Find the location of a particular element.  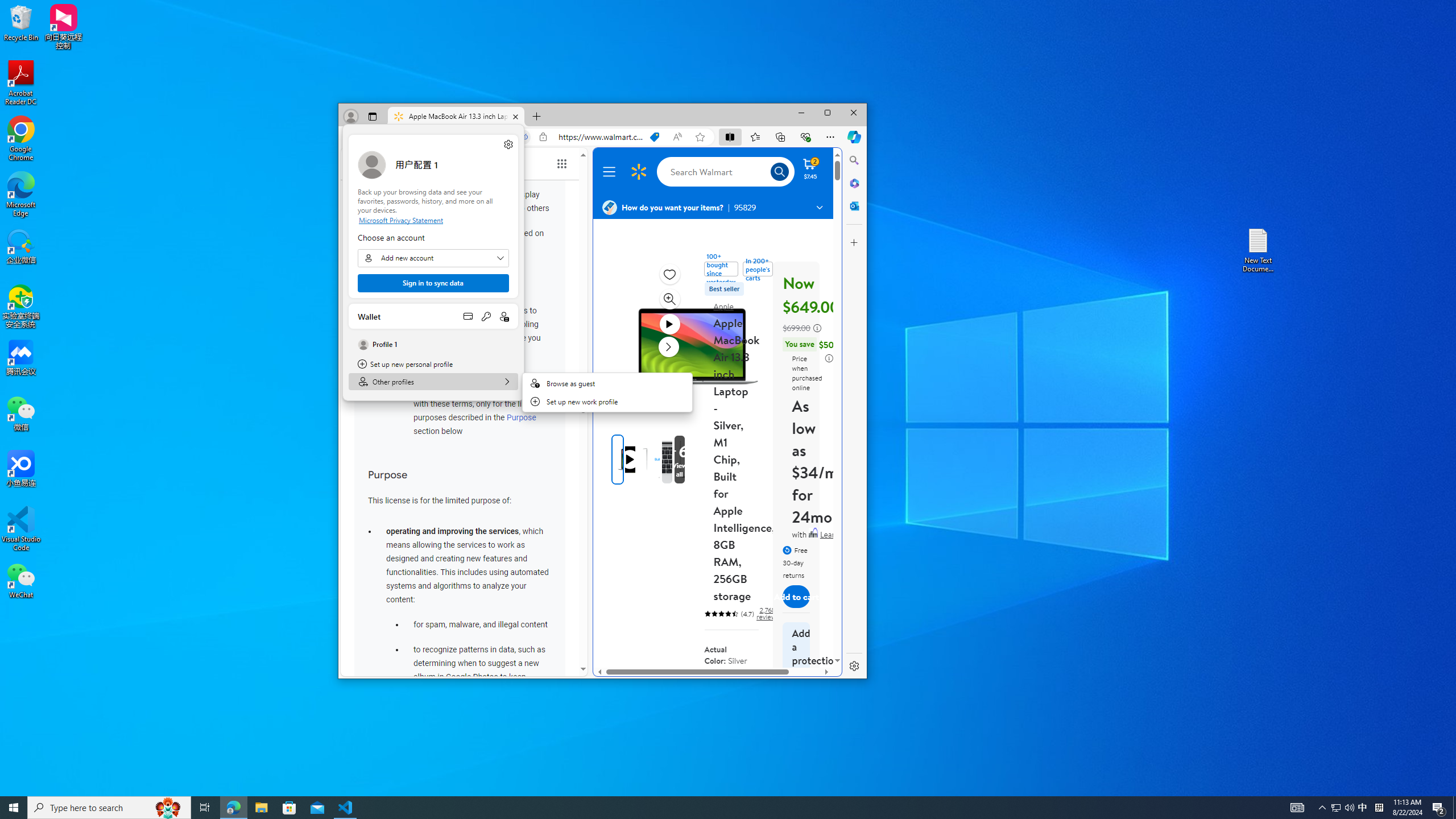

'Choose an account' is located at coordinates (433, 257).